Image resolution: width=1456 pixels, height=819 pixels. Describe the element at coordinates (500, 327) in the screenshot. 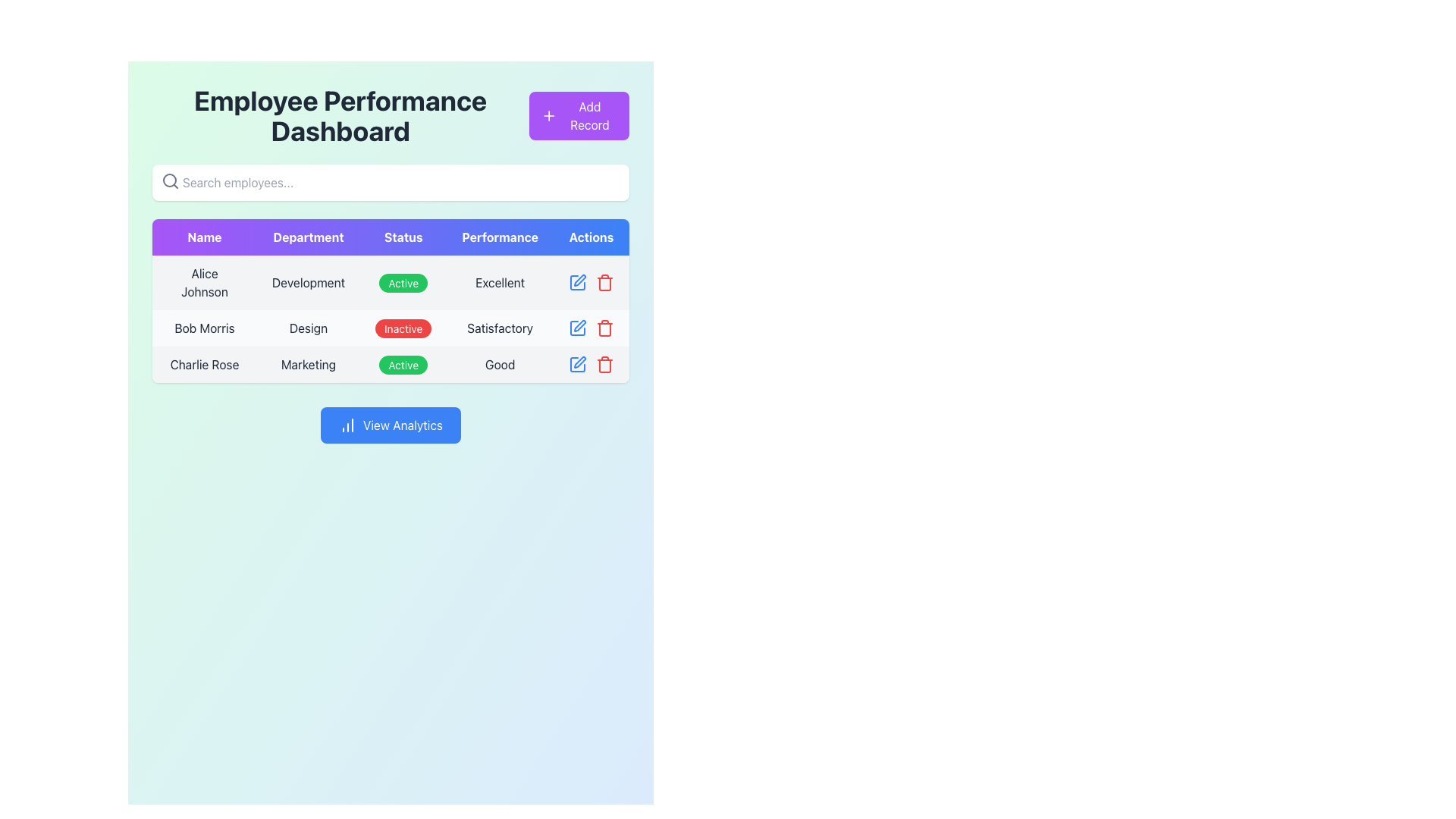

I see `the text element displaying 'Satisfactory' in the fourth column of the second row of the performance metrics table` at that location.